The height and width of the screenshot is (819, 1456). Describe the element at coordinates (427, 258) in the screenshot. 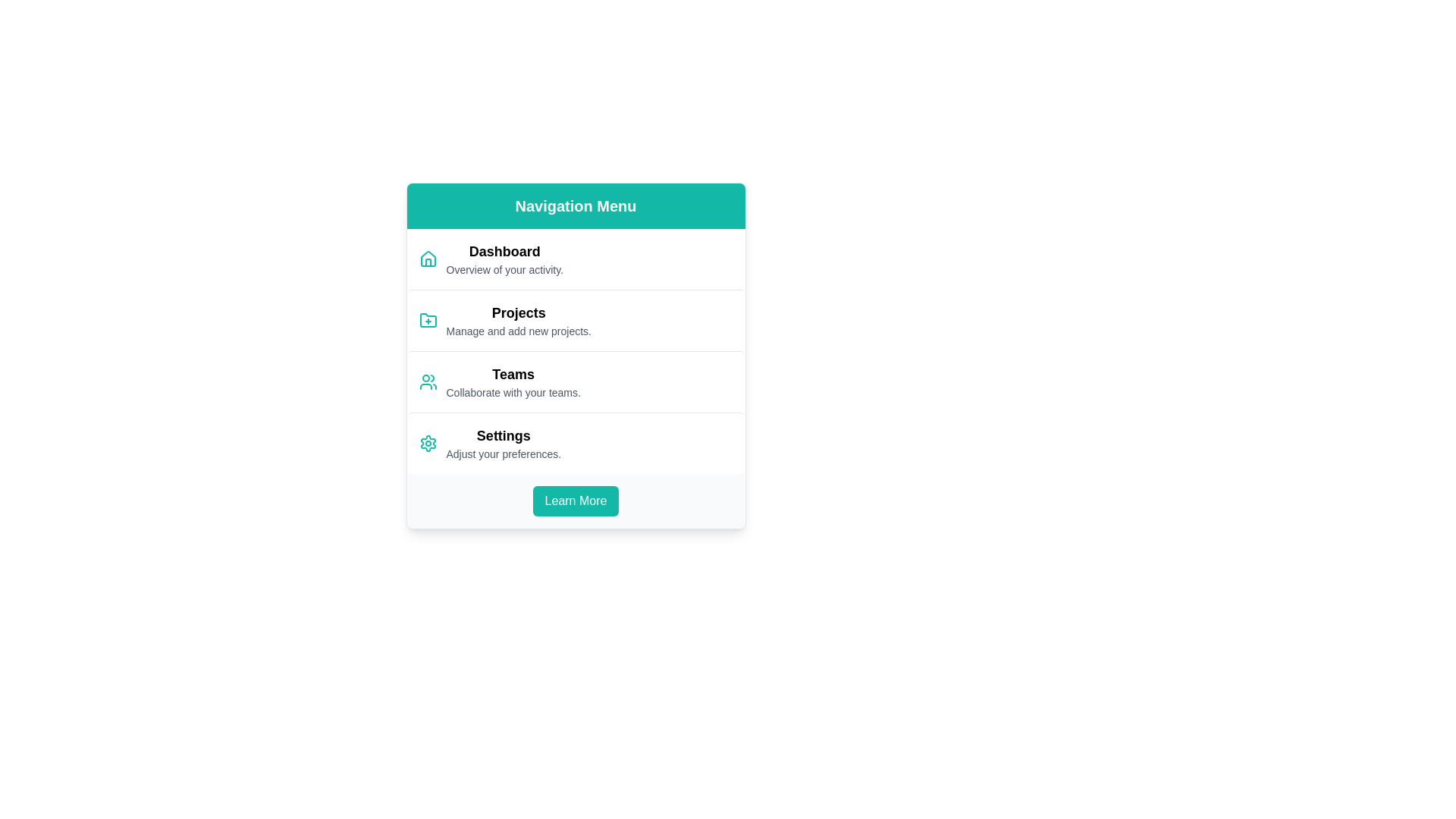

I see `the bottom portion of the home icon` at that location.